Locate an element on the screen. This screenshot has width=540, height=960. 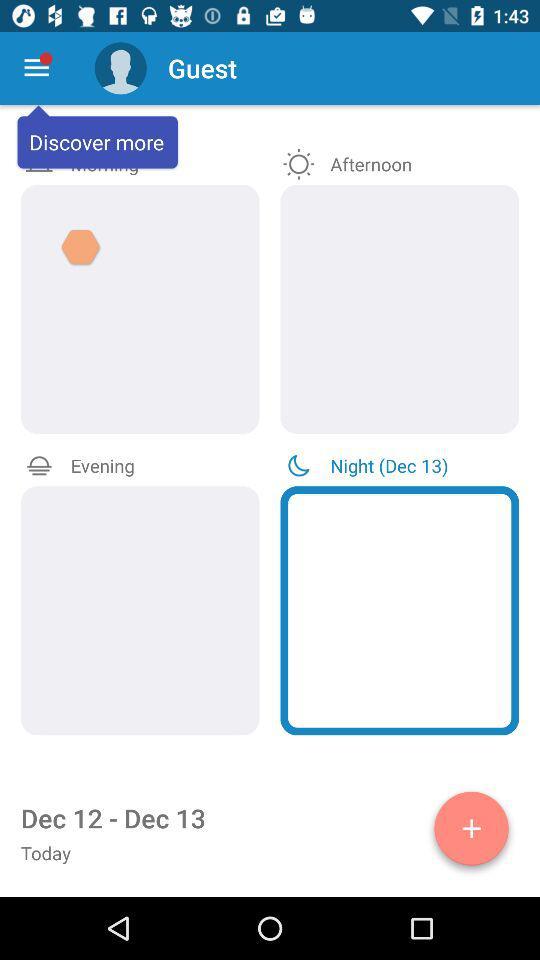
the add icon is located at coordinates (471, 832).